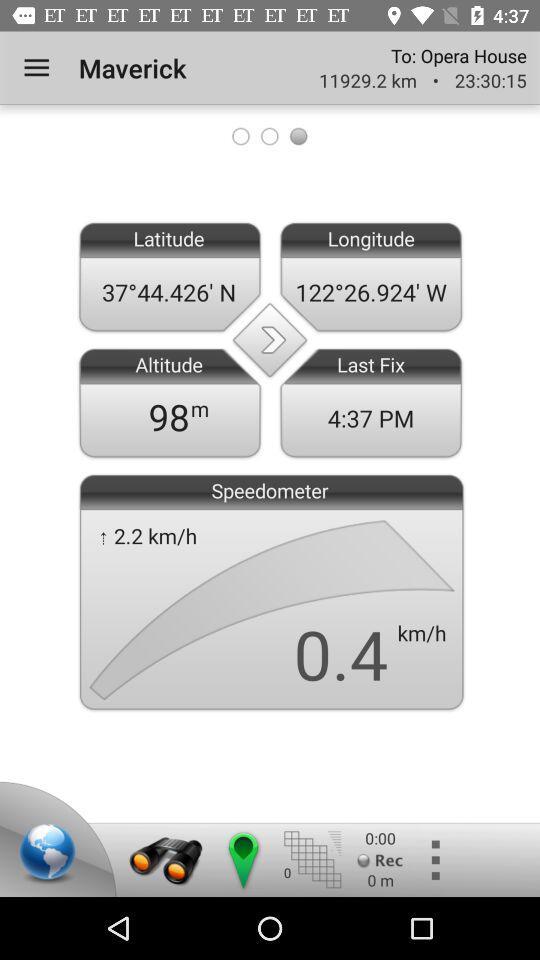 This screenshot has width=540, height=960. Describe the element at coordinates (312, 859) in the screenshot. I see `meshing option` at that location.